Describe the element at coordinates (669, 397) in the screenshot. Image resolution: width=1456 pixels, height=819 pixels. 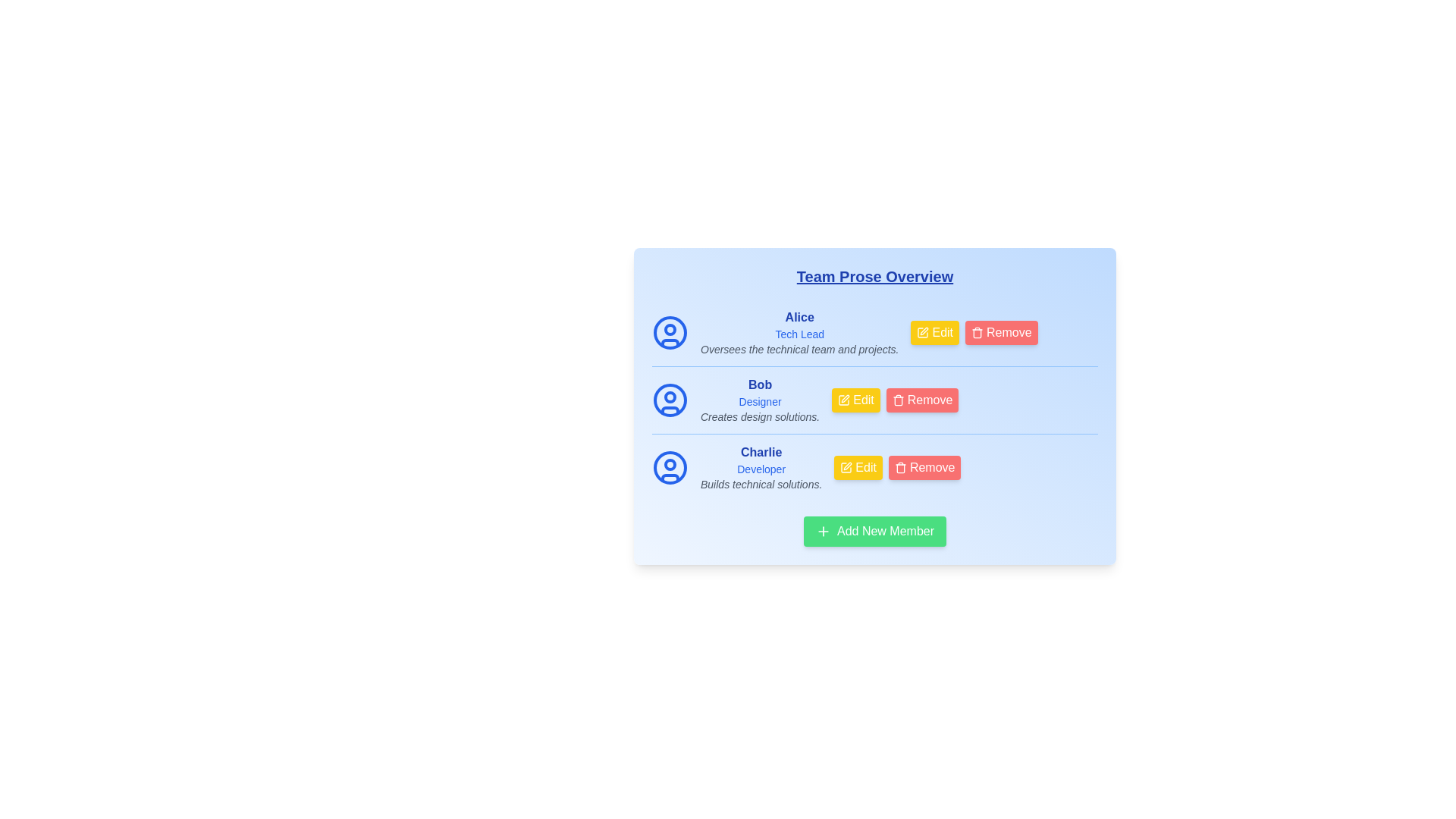
I see `the small blue circular decorative graphical element located within the user avatar SVG icon` at that location.